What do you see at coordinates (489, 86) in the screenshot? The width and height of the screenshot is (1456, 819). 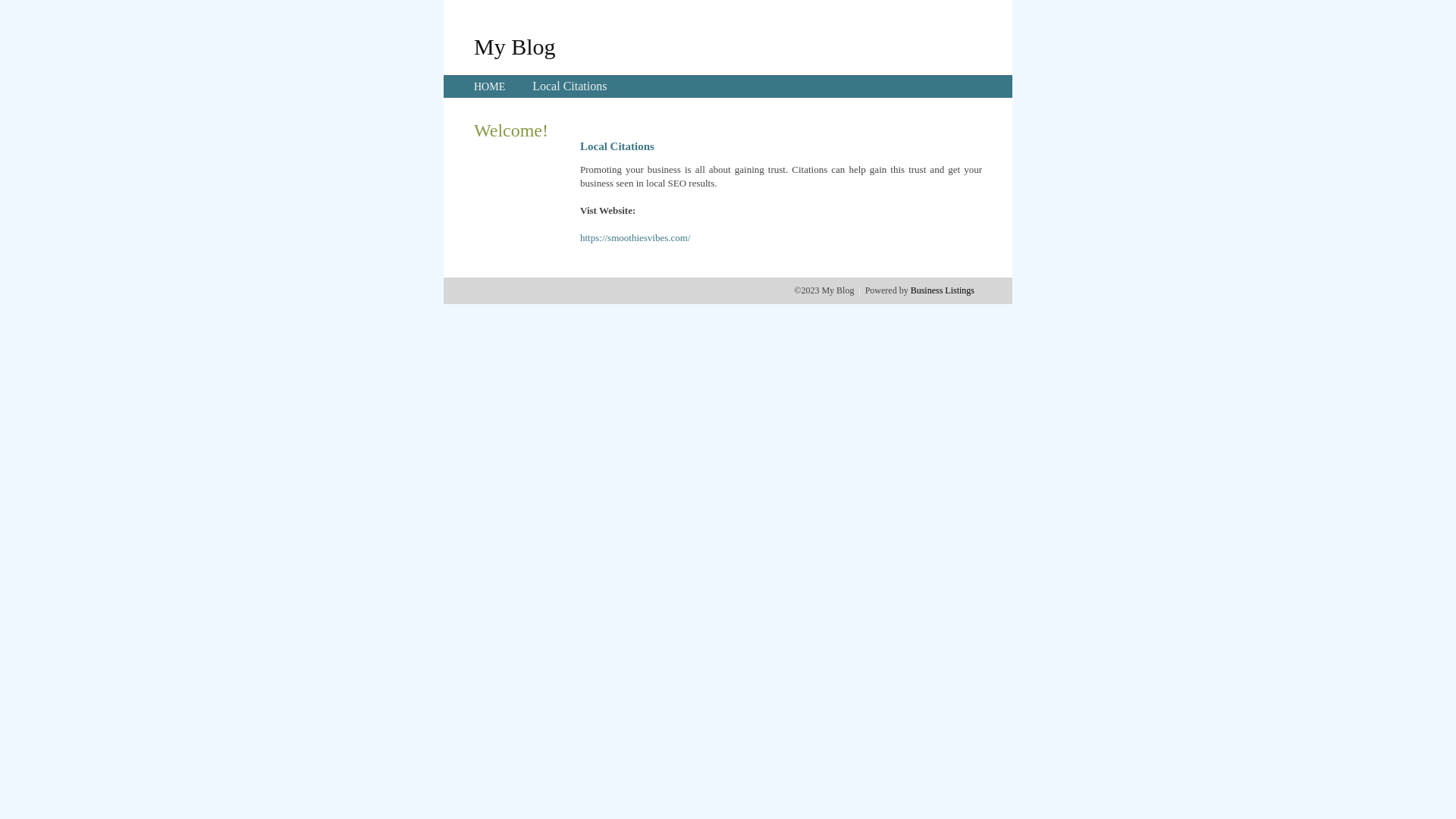 I see `'HOME'` at bounding box center [489, 86].